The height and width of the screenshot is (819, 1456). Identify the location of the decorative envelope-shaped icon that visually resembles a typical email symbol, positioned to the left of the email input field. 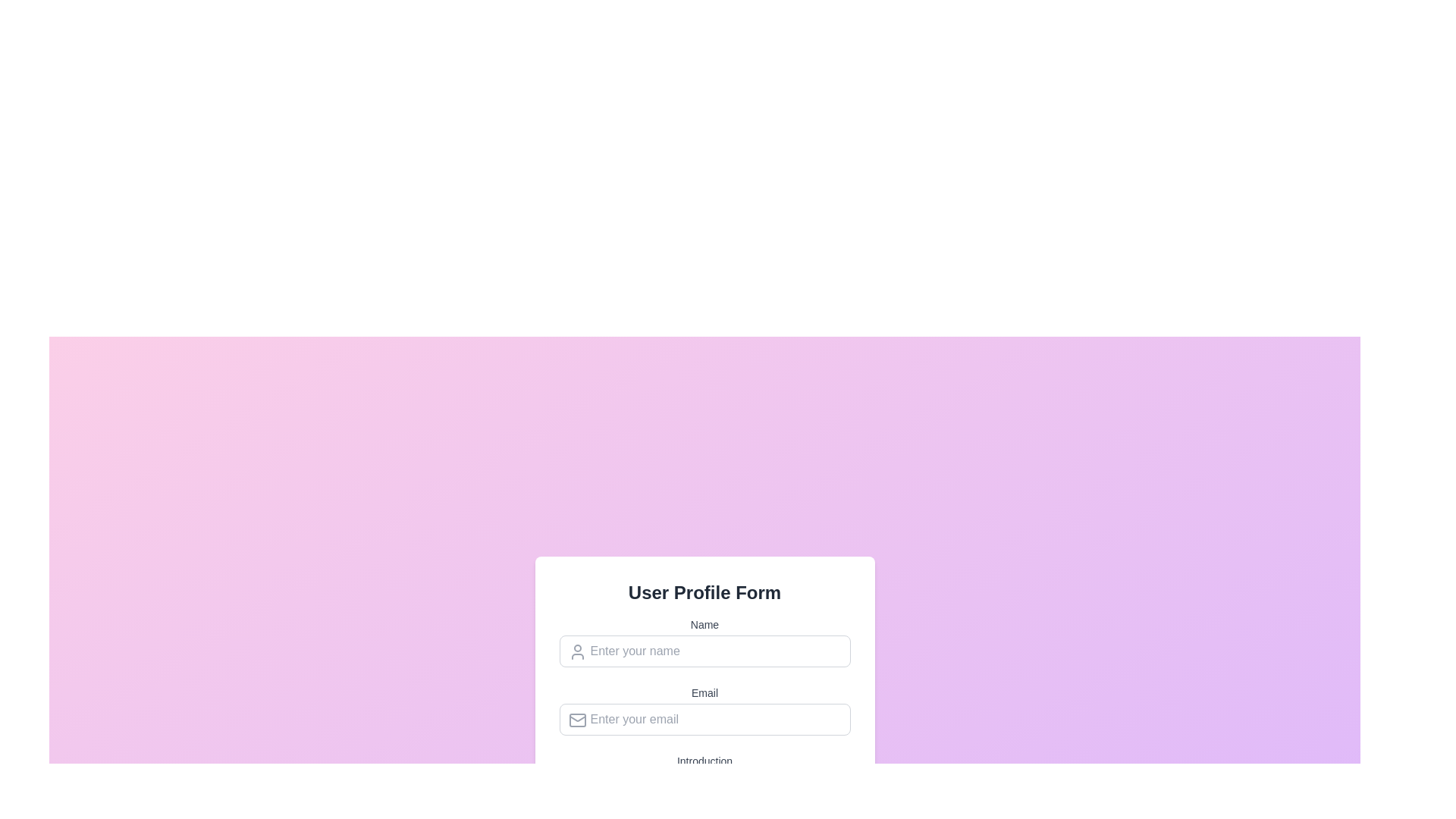
(576, 719).